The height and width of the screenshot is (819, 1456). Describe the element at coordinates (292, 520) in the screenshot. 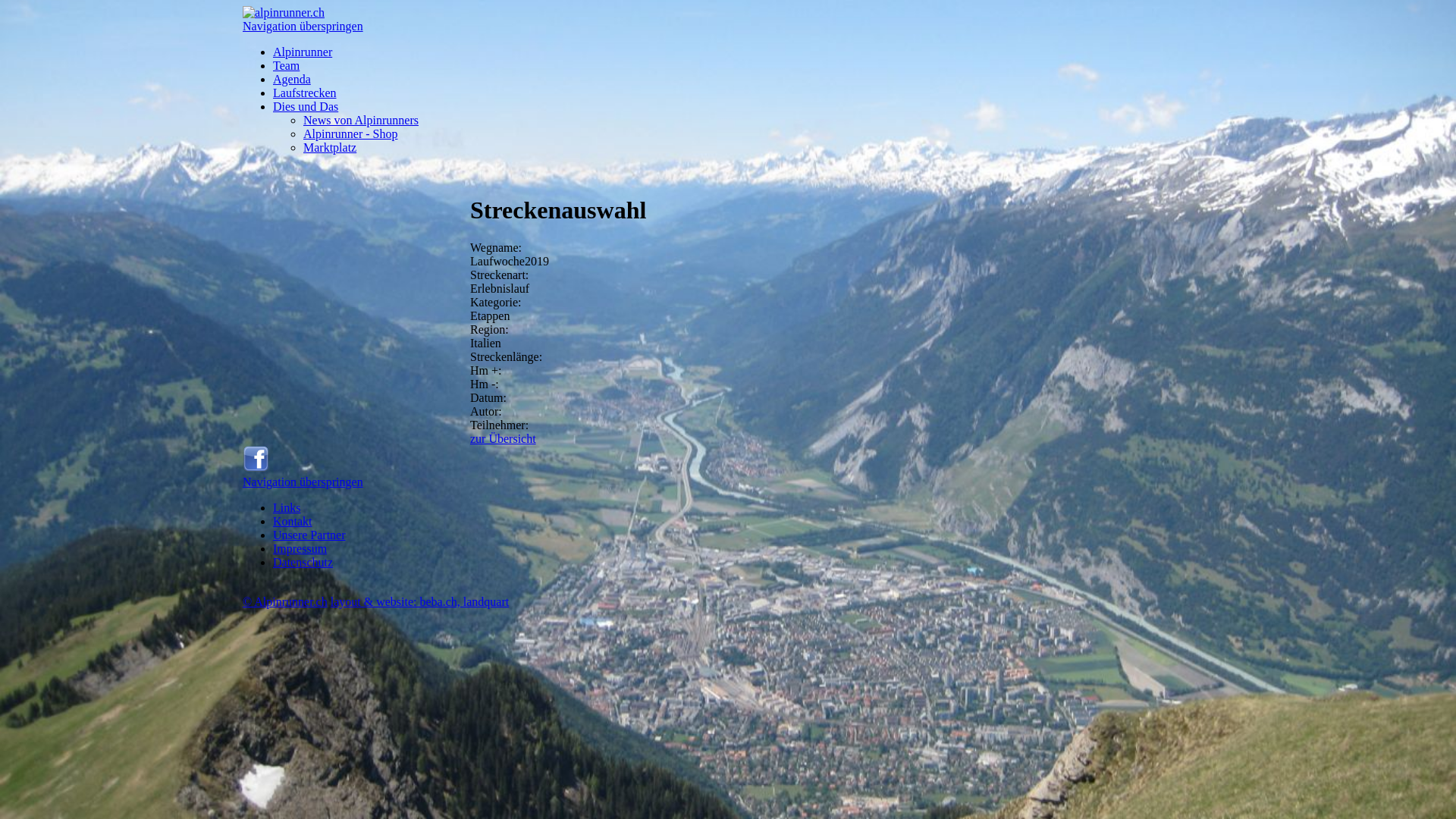

I see `'Kontakt'` at that location.